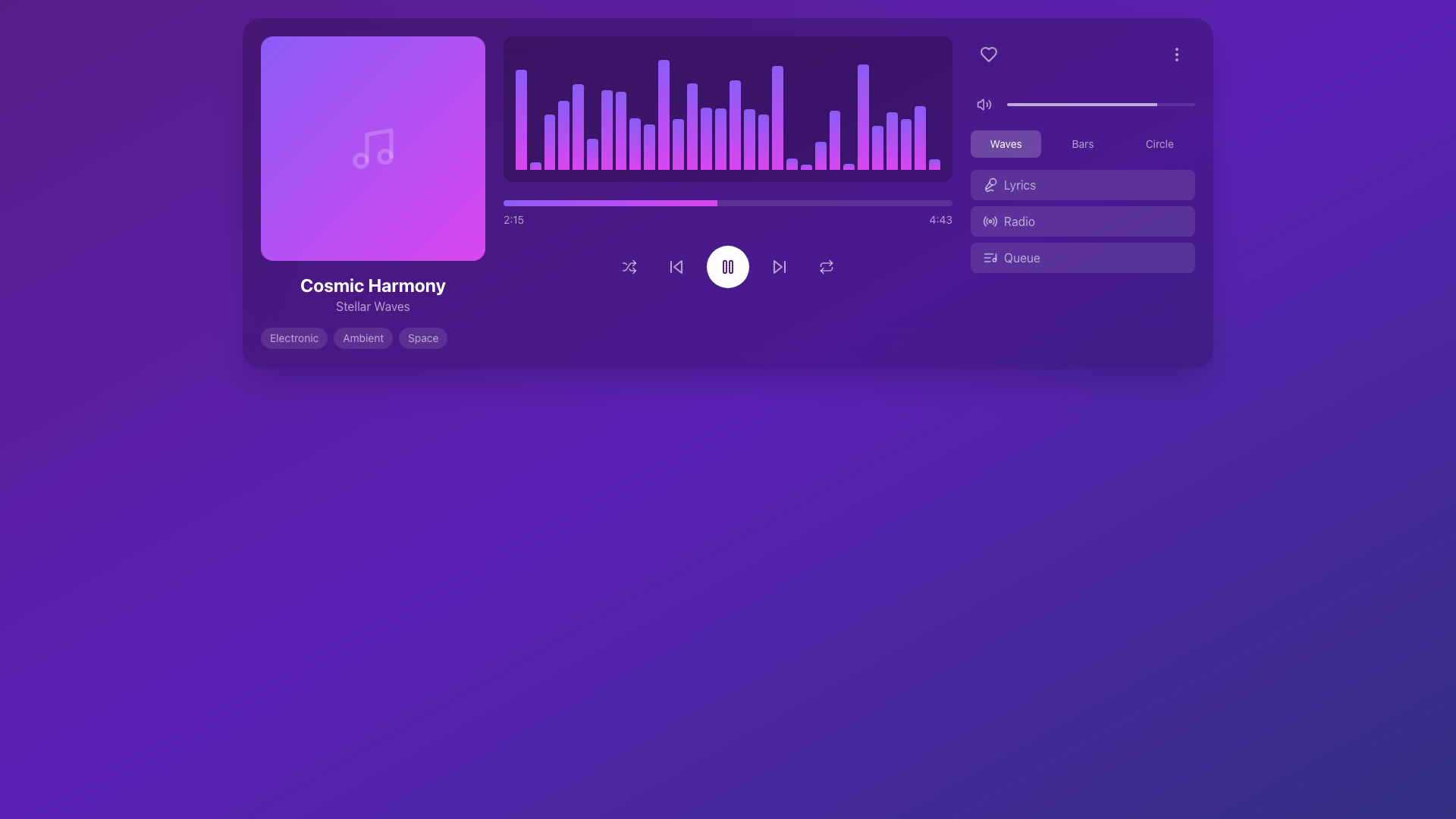  I want to click on the 'skip back' icon, which features a leftward pointing arrowhead and a vertical line, located in the bottom center section of the interface, so click(676, 265).